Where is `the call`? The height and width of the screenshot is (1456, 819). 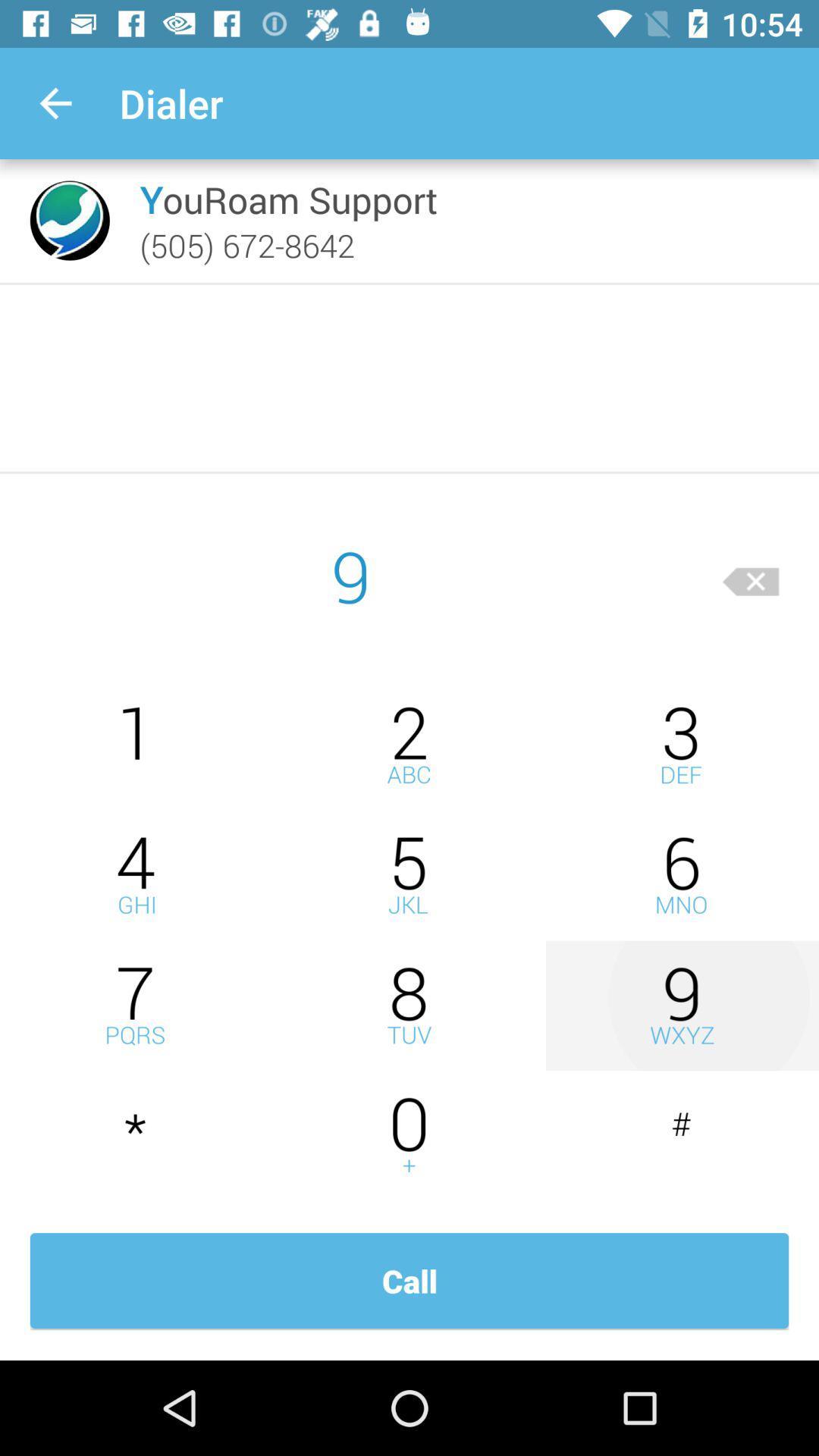
the call is located at coordinates (409, 1280).